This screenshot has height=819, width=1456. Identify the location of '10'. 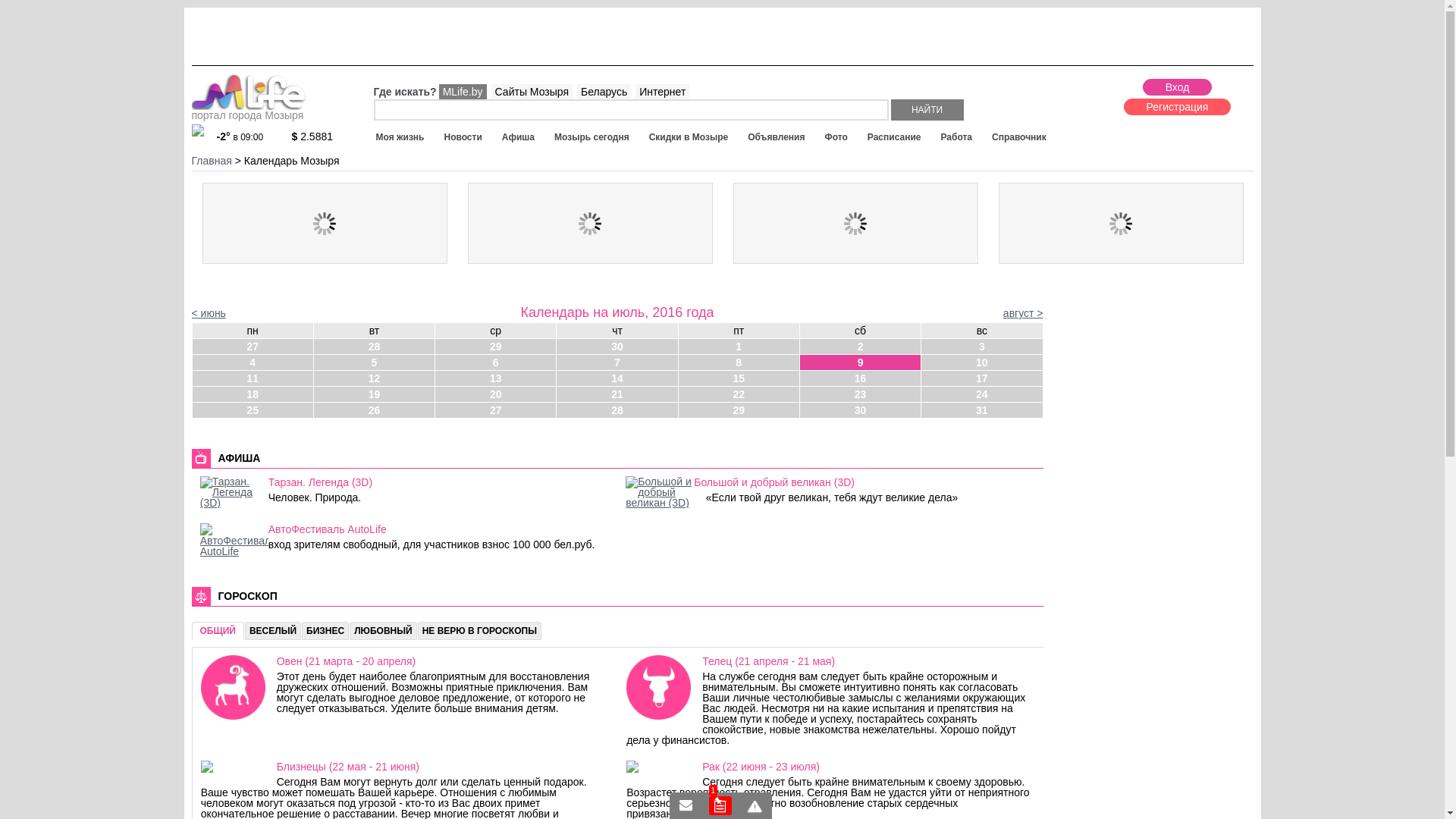
(920, 362).